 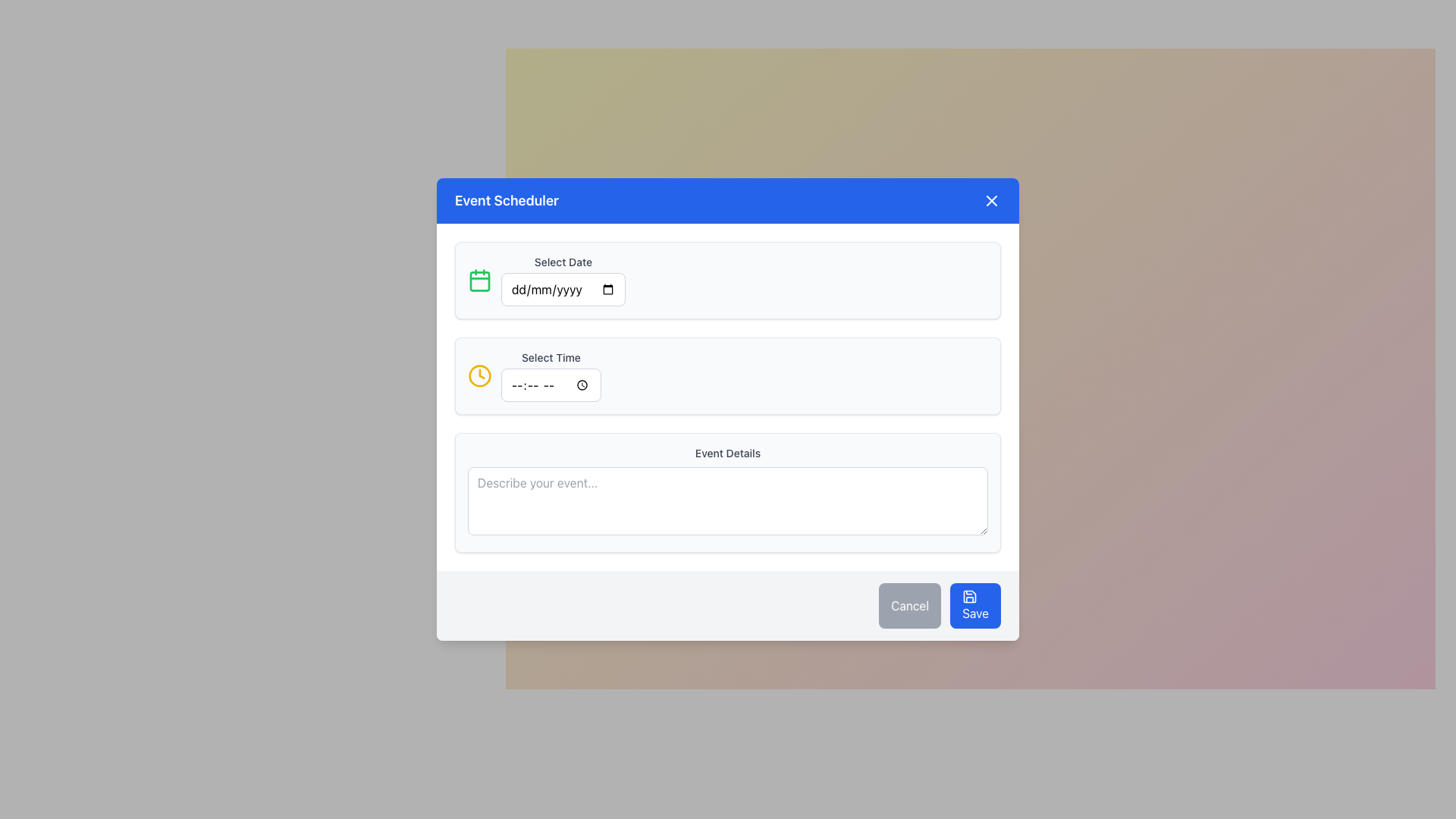 I want to click on properties of the rectangular graphical component with a green border located within the calendar icon next to the 'Select Date' label in the 'Event Scheduler' modal popup, so click(x=479, y=281).